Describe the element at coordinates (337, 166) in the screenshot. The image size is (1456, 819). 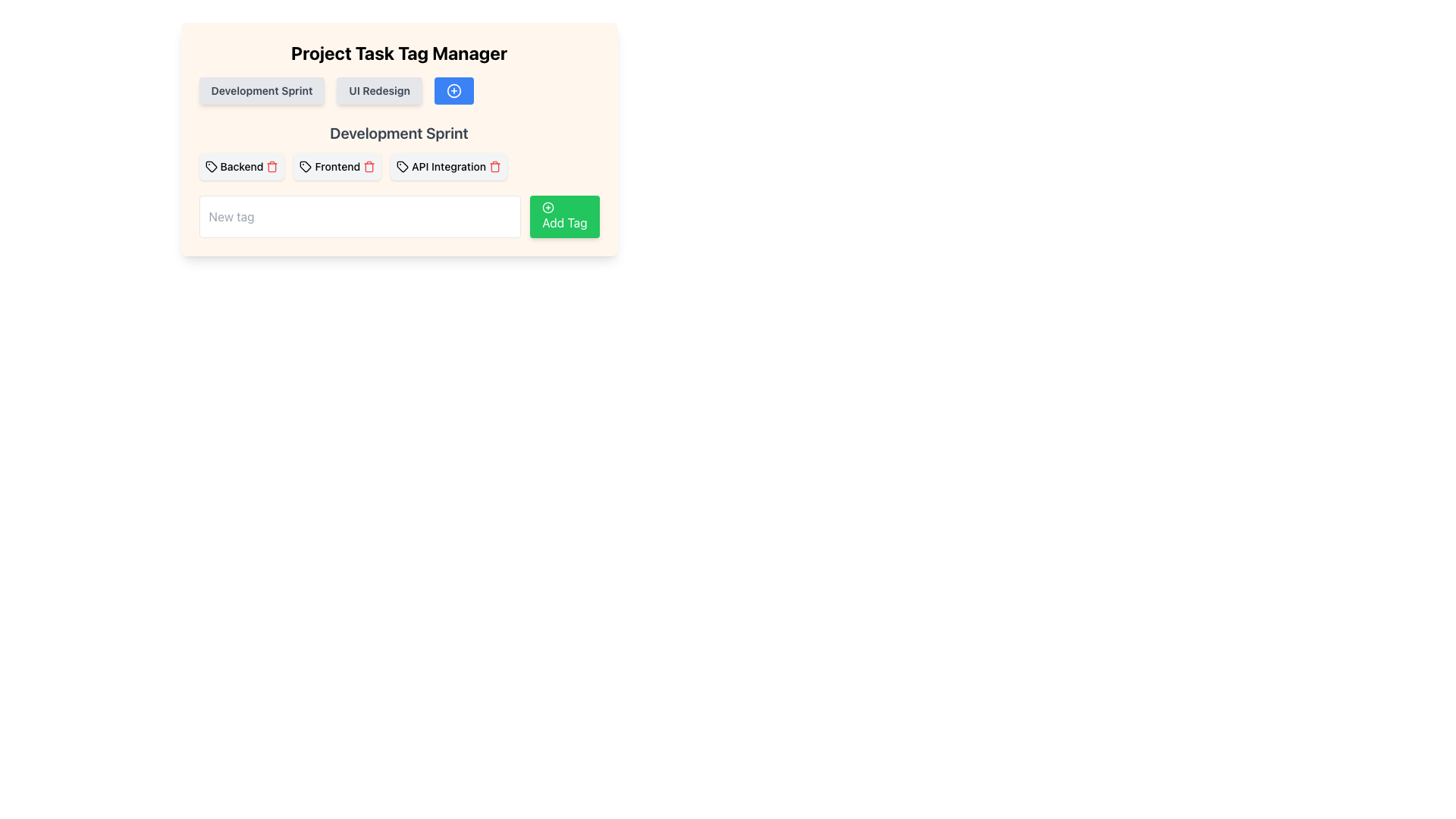
I see `the 'Frontend' tag, which is the second item in the horizontal list under the 'Development Sprint' header, located between the 'Backend' and 'API Integration' tags` at that location.